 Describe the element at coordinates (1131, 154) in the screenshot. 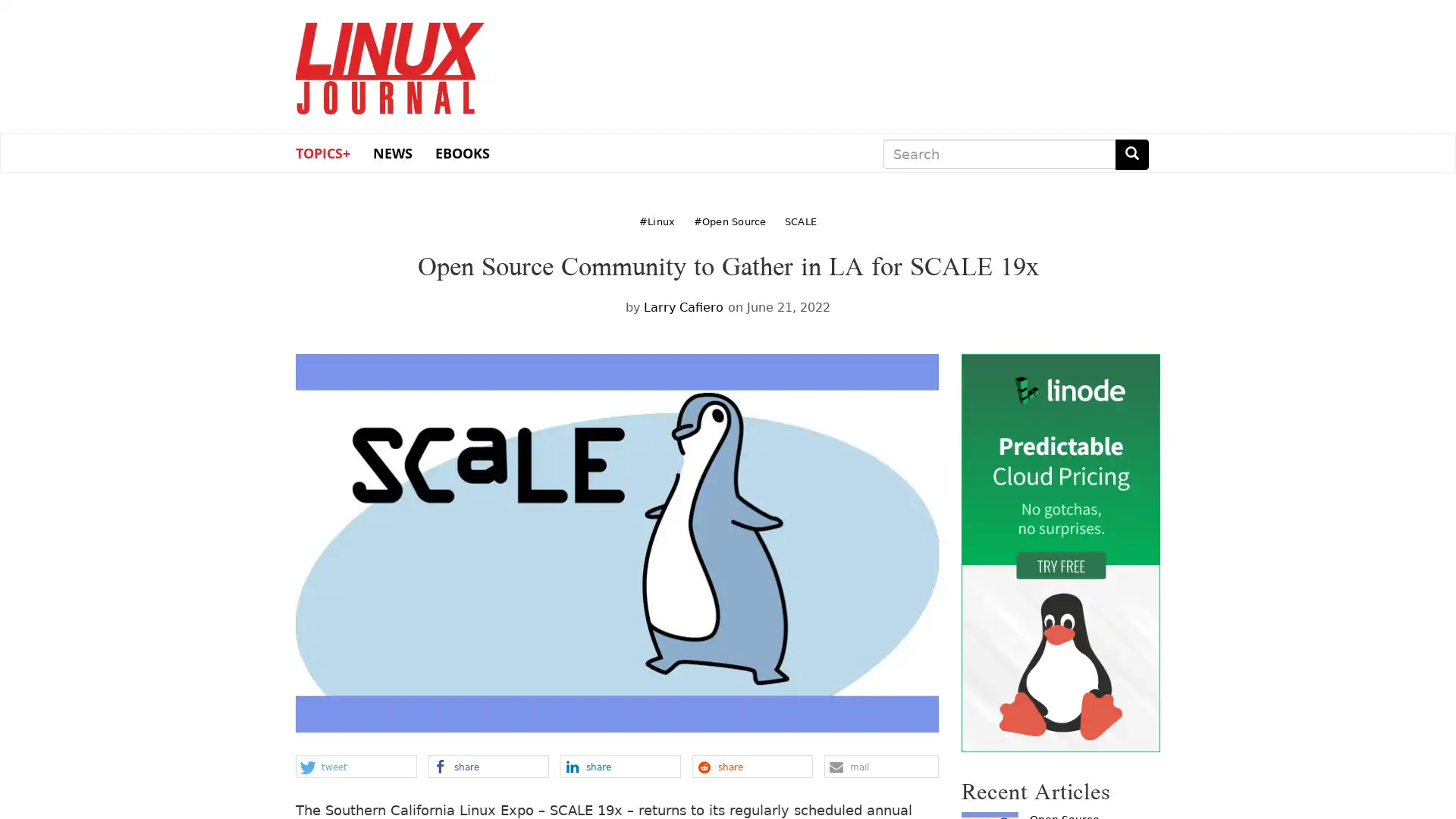

I see `Search` at that location.